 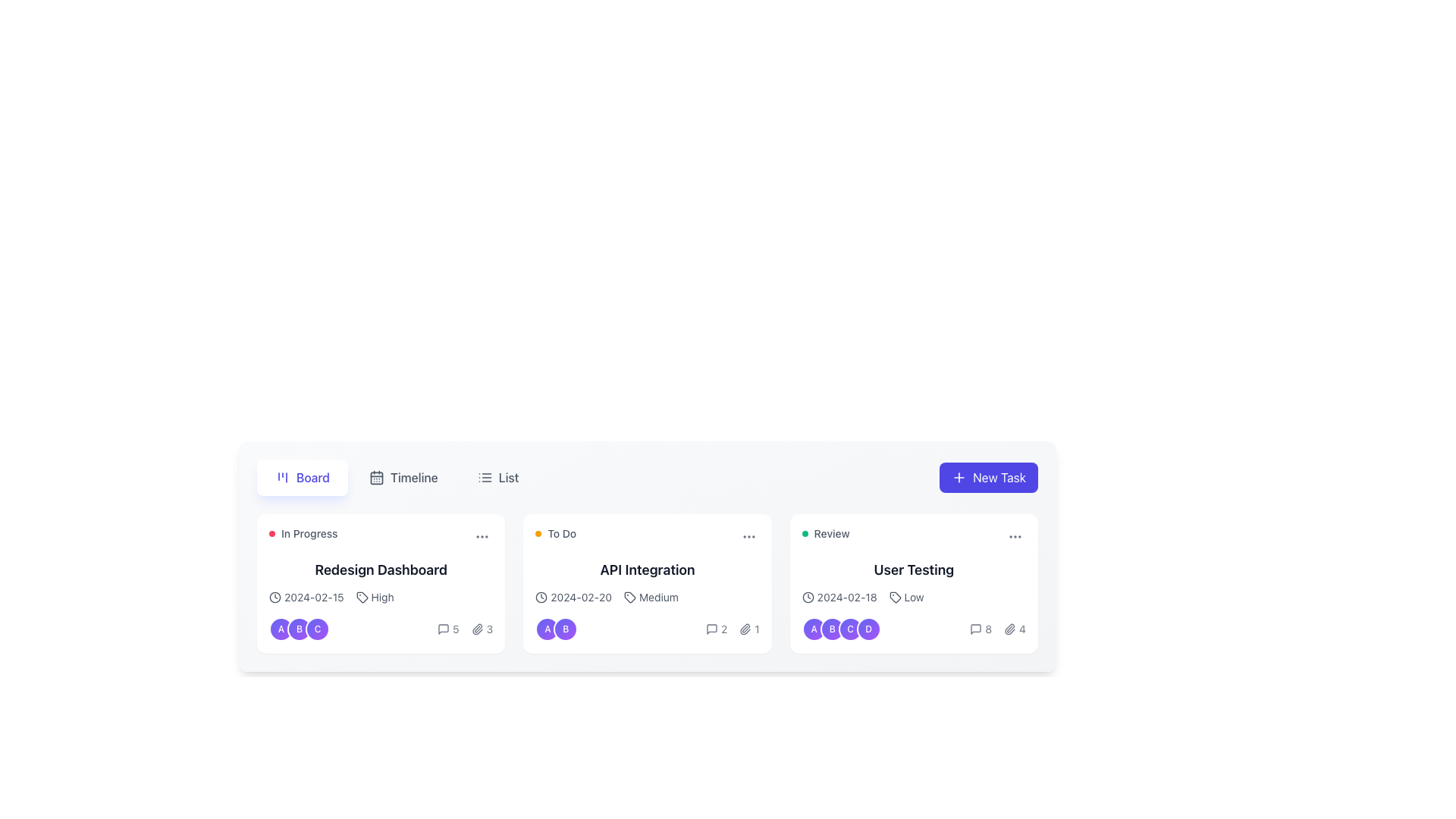 I want to click on the 'List' navigation option in the horizontal menu, so click(x=509, y=476).